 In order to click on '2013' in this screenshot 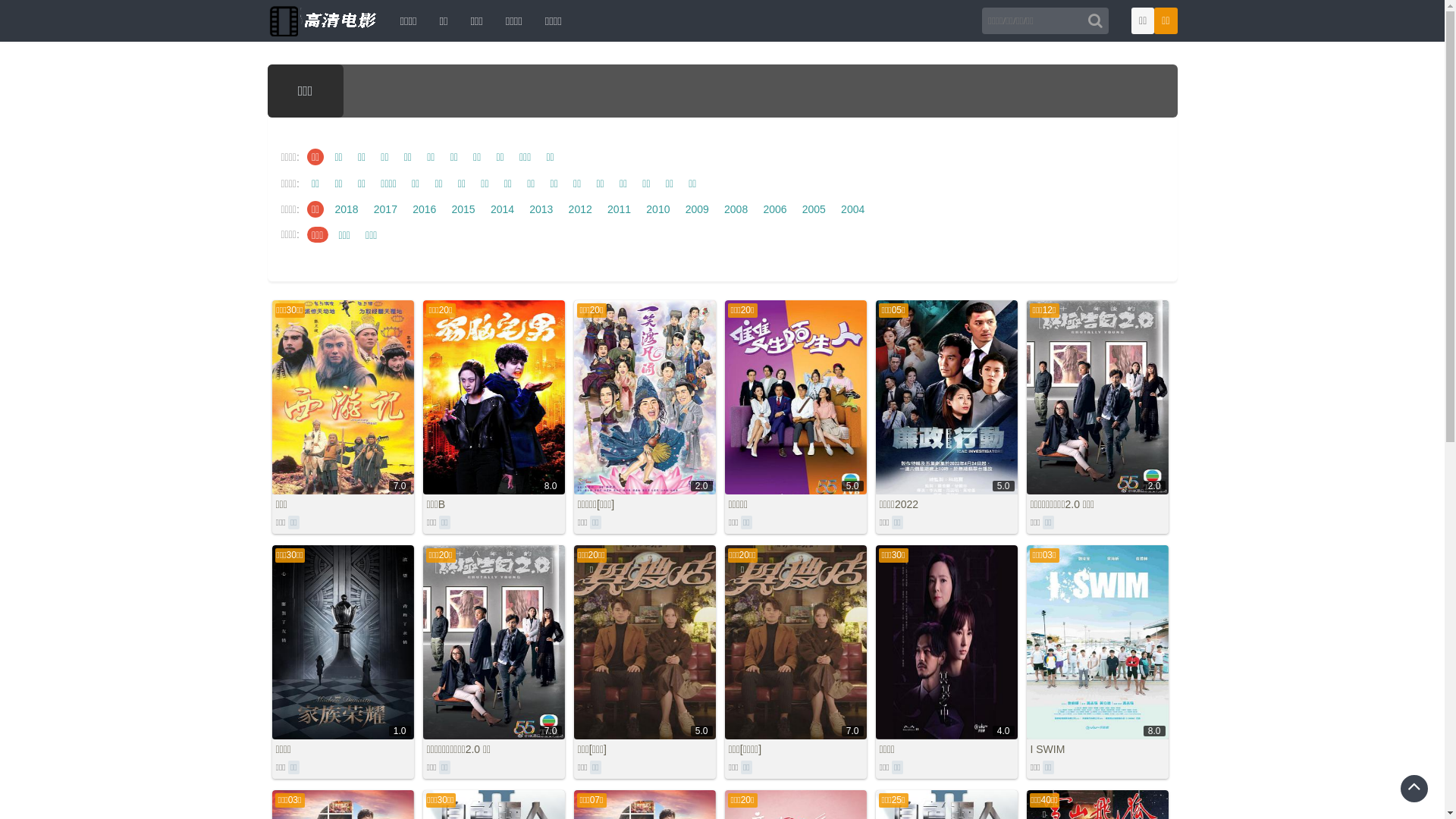, I will do `click(524, 209)`.